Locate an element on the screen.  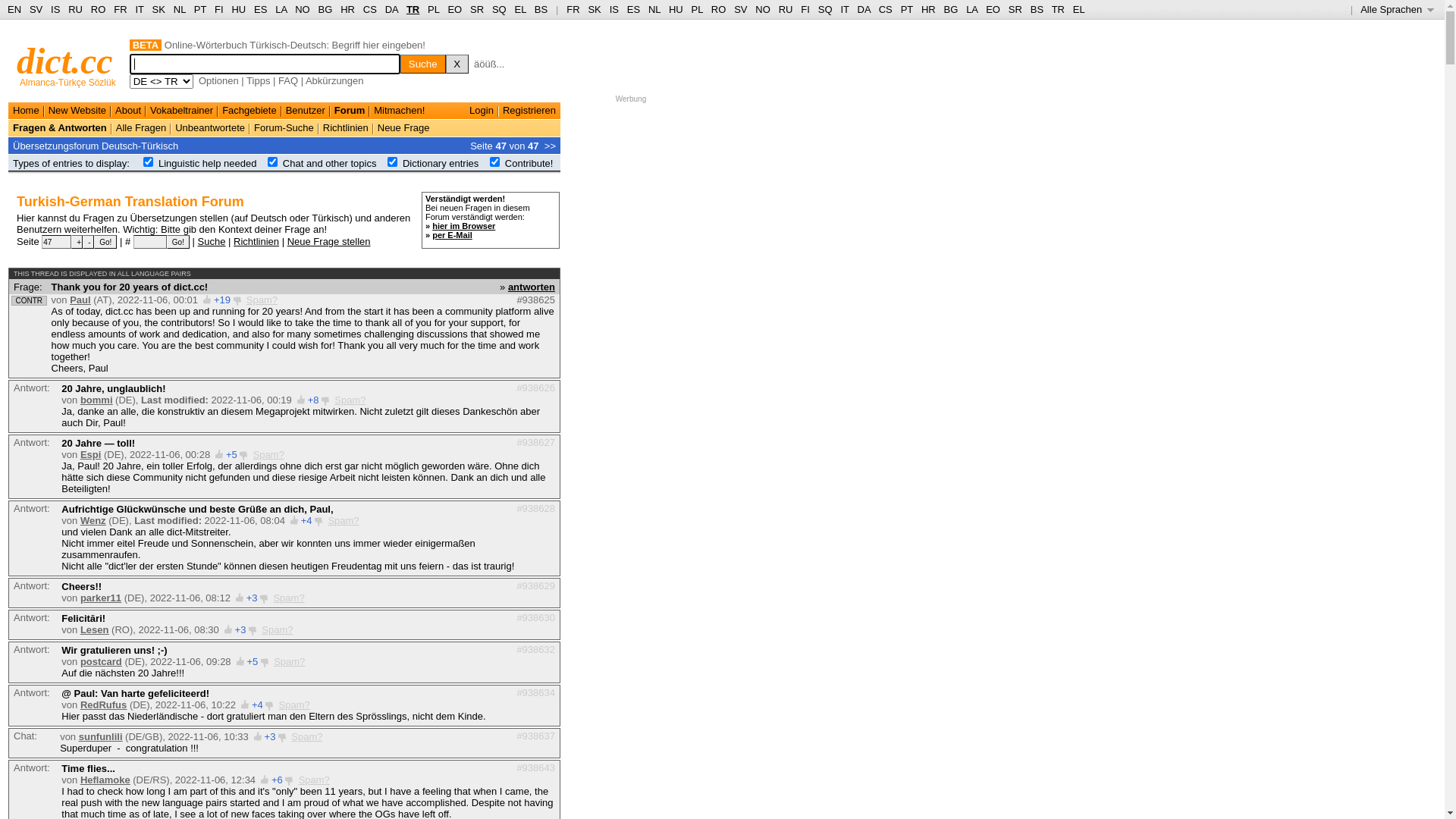
'X' is located at coordinates (457, 63).